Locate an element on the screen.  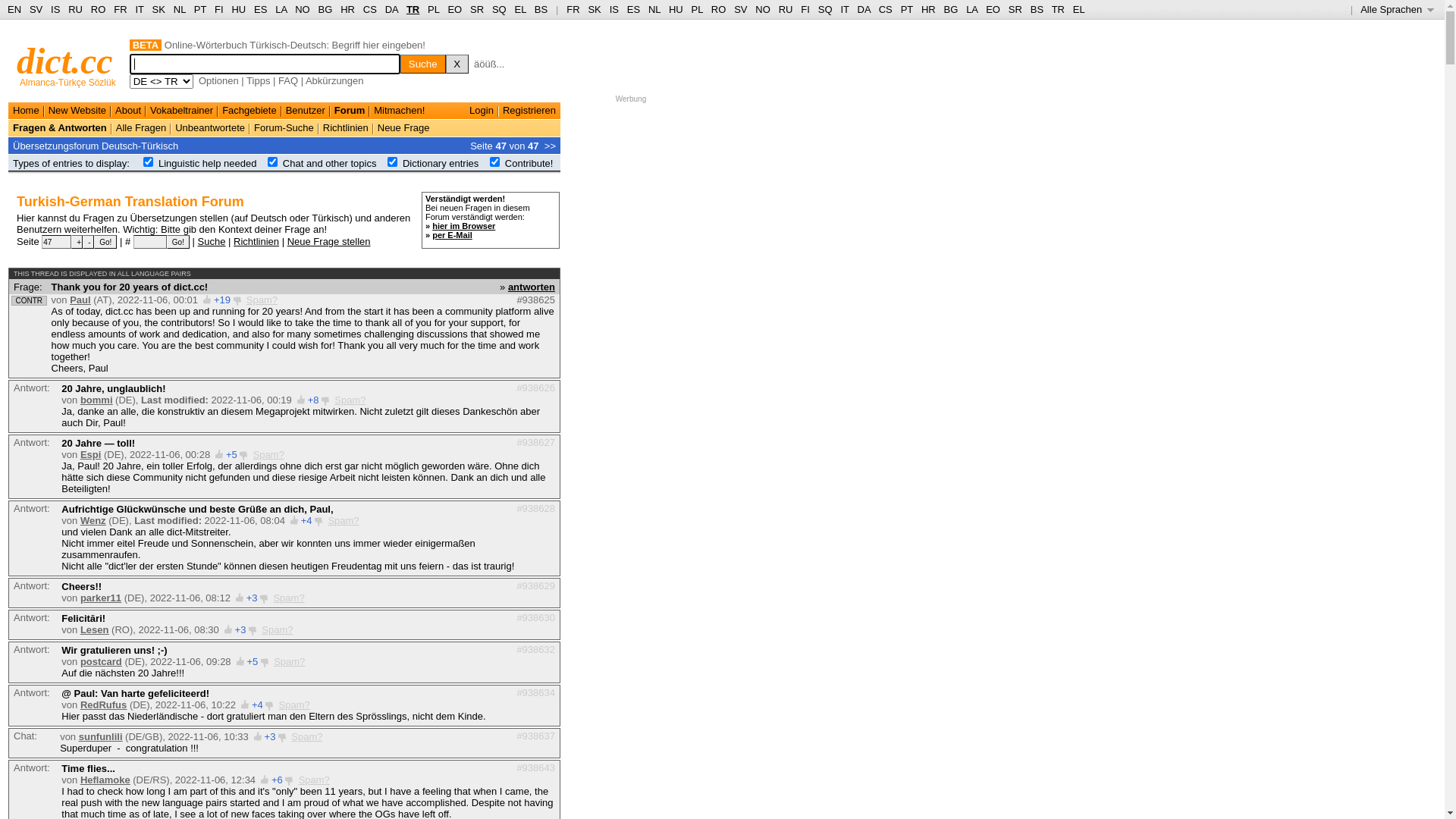
'X' is located at coordinates (457, 63).